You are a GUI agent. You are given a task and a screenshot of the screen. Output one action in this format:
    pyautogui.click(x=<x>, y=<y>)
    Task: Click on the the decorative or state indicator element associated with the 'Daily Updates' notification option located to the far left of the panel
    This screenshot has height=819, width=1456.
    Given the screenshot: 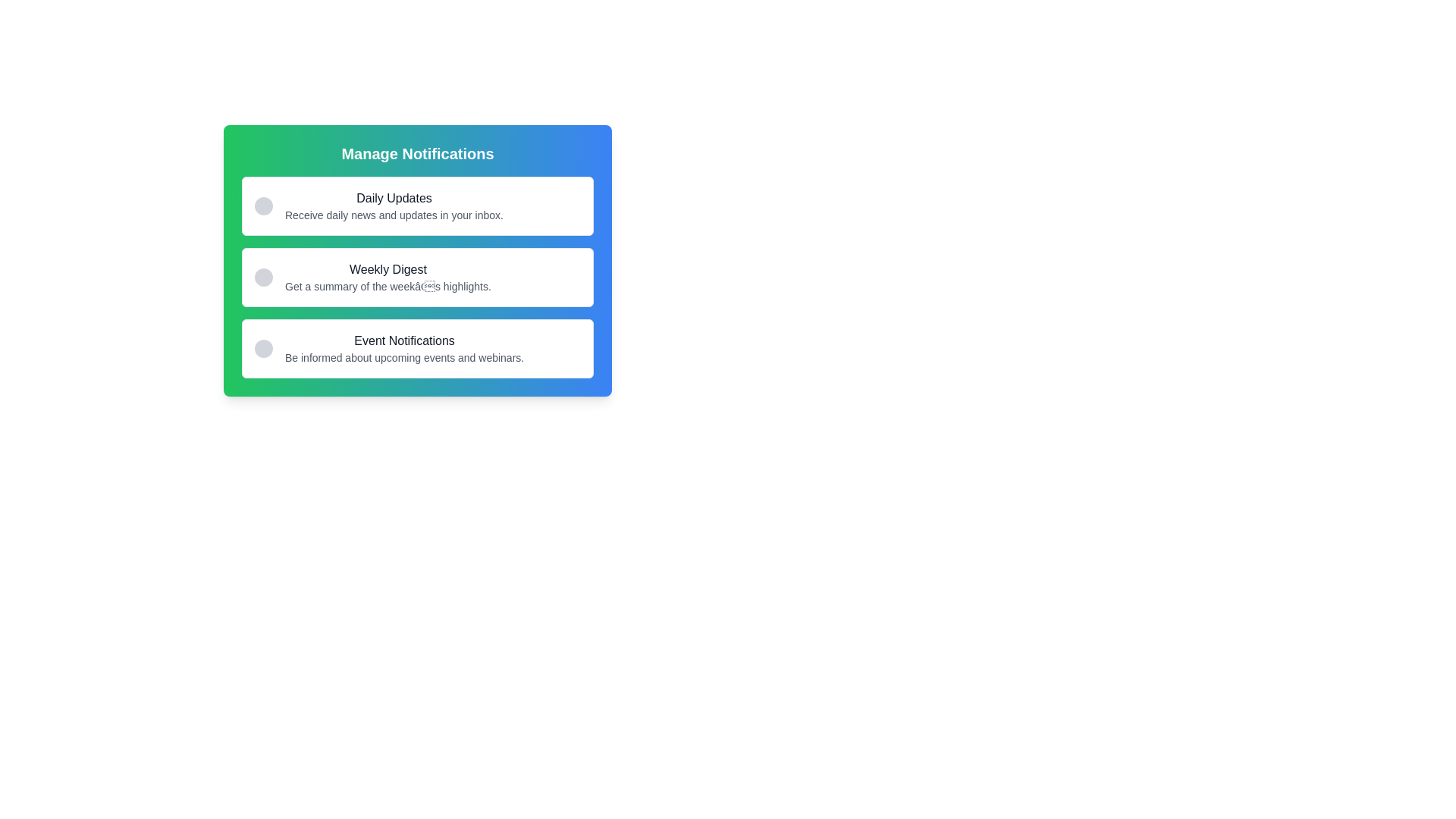 What is the action you would take?
    pyautogui.click(x=263, y=206)
    